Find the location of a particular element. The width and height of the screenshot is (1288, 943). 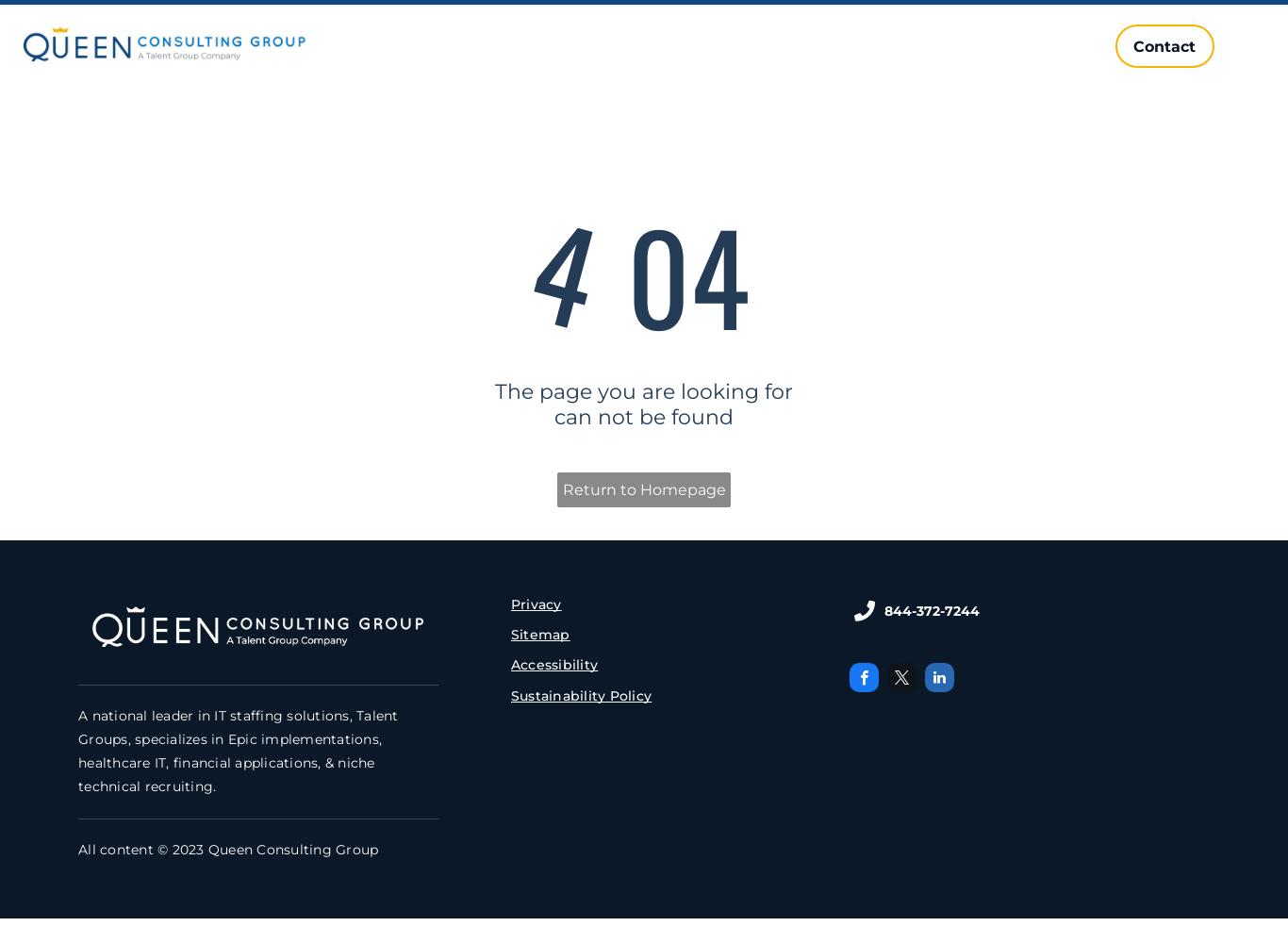

'Privacy' is located at coordinates (535, 604).